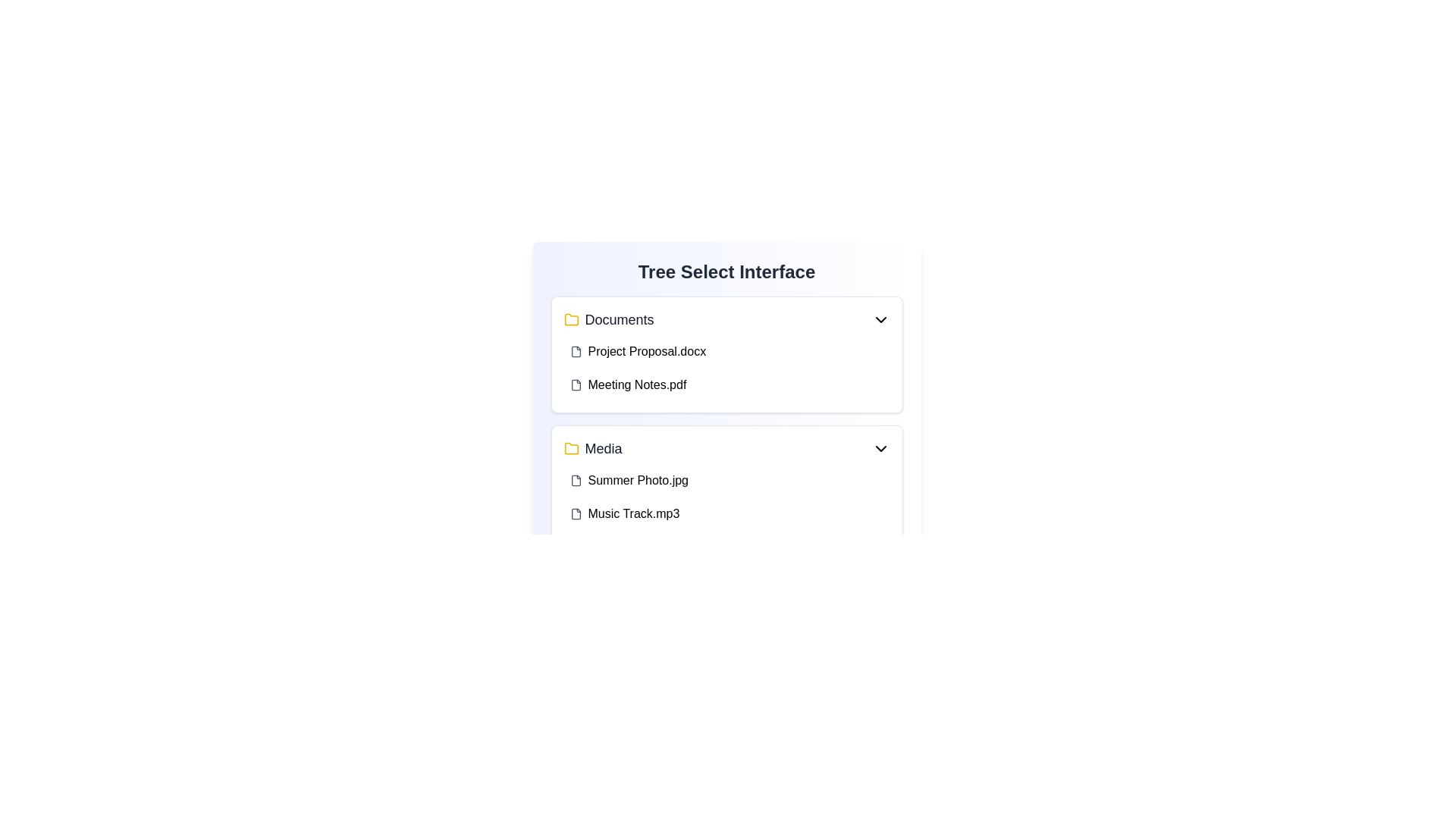 The image size is (1456, 819). What do you see at coordinates (575, 480) in the screenshot?
I see `the file icon associated with 'Summer Photo.jpg', located at the beginning of the list item in the 'Media' section` at bounding box center [575, 480].